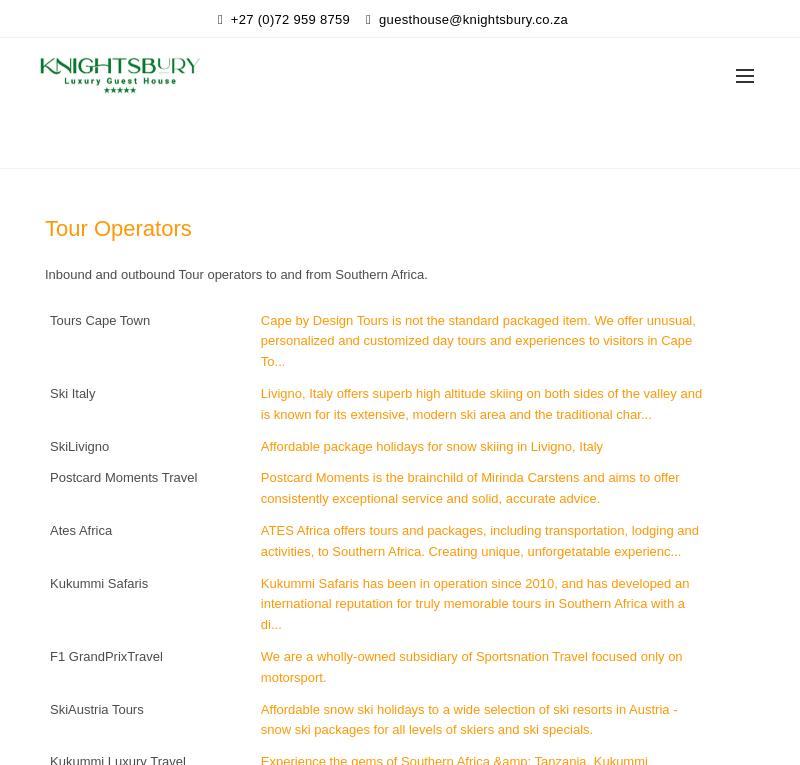 This screenshot has height=765, width=800. What do you see at coordinates (431, 444) in the screenshot?
I see `'Affordable package holidays for snow skiing in Livigno, Italy'` at bounding box center [431, 444].